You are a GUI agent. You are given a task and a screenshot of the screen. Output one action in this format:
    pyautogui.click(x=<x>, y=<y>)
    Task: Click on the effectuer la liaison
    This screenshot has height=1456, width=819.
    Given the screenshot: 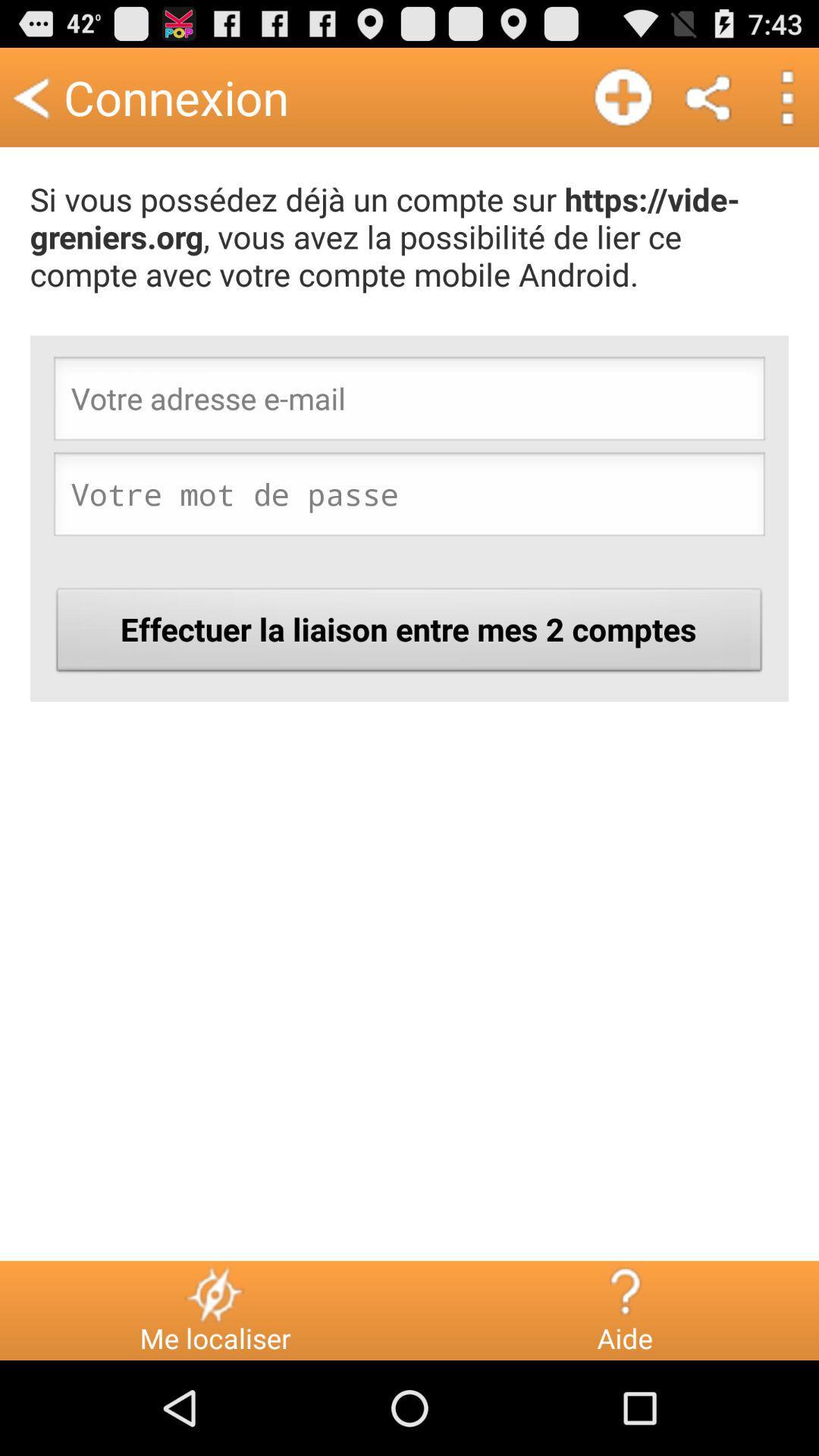 What is the action you would take?
    pyautogui.click(x=409, y=634)
    